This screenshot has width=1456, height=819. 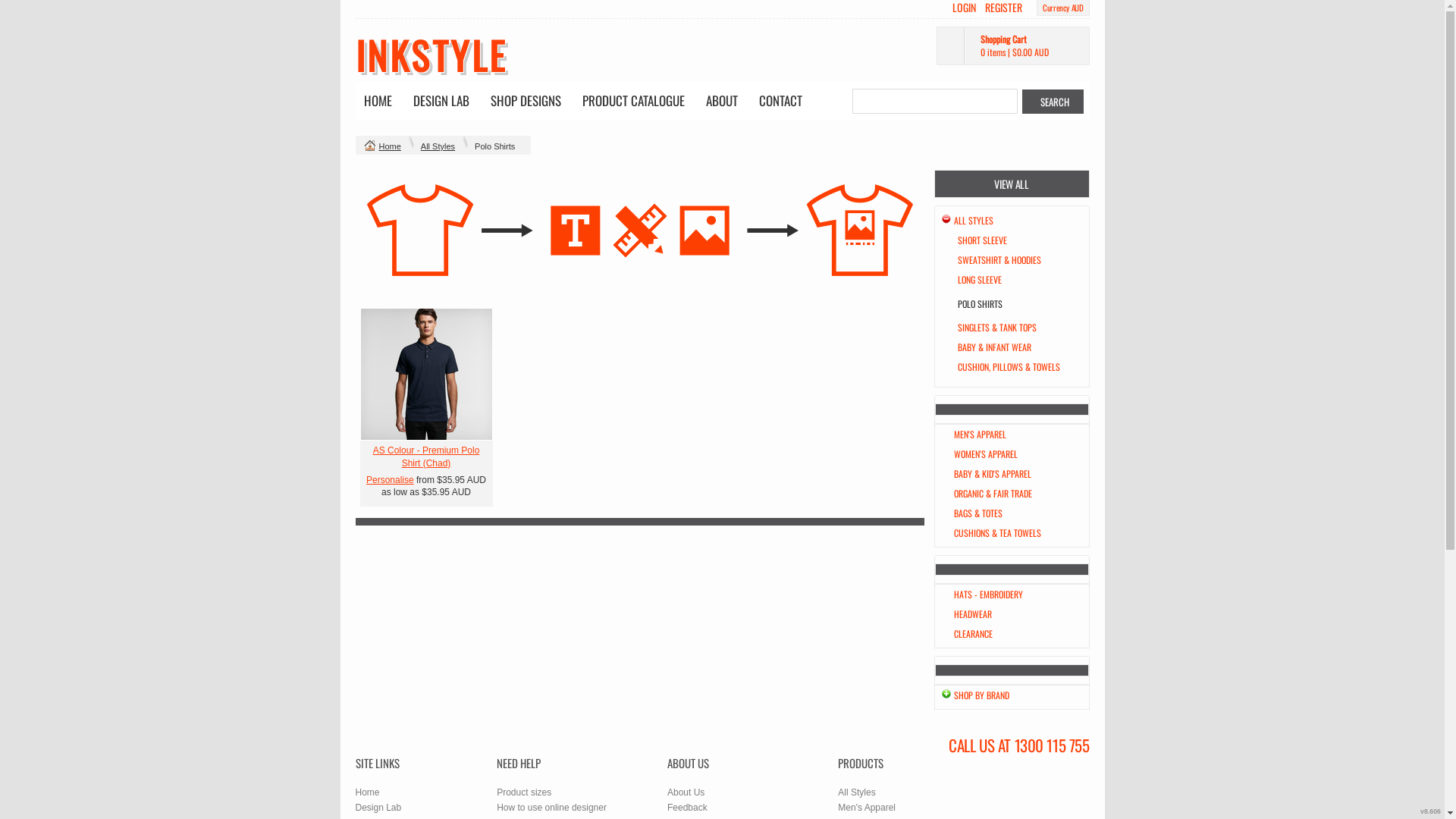 I want to click on 'HOME', so click(x=356, y=102).